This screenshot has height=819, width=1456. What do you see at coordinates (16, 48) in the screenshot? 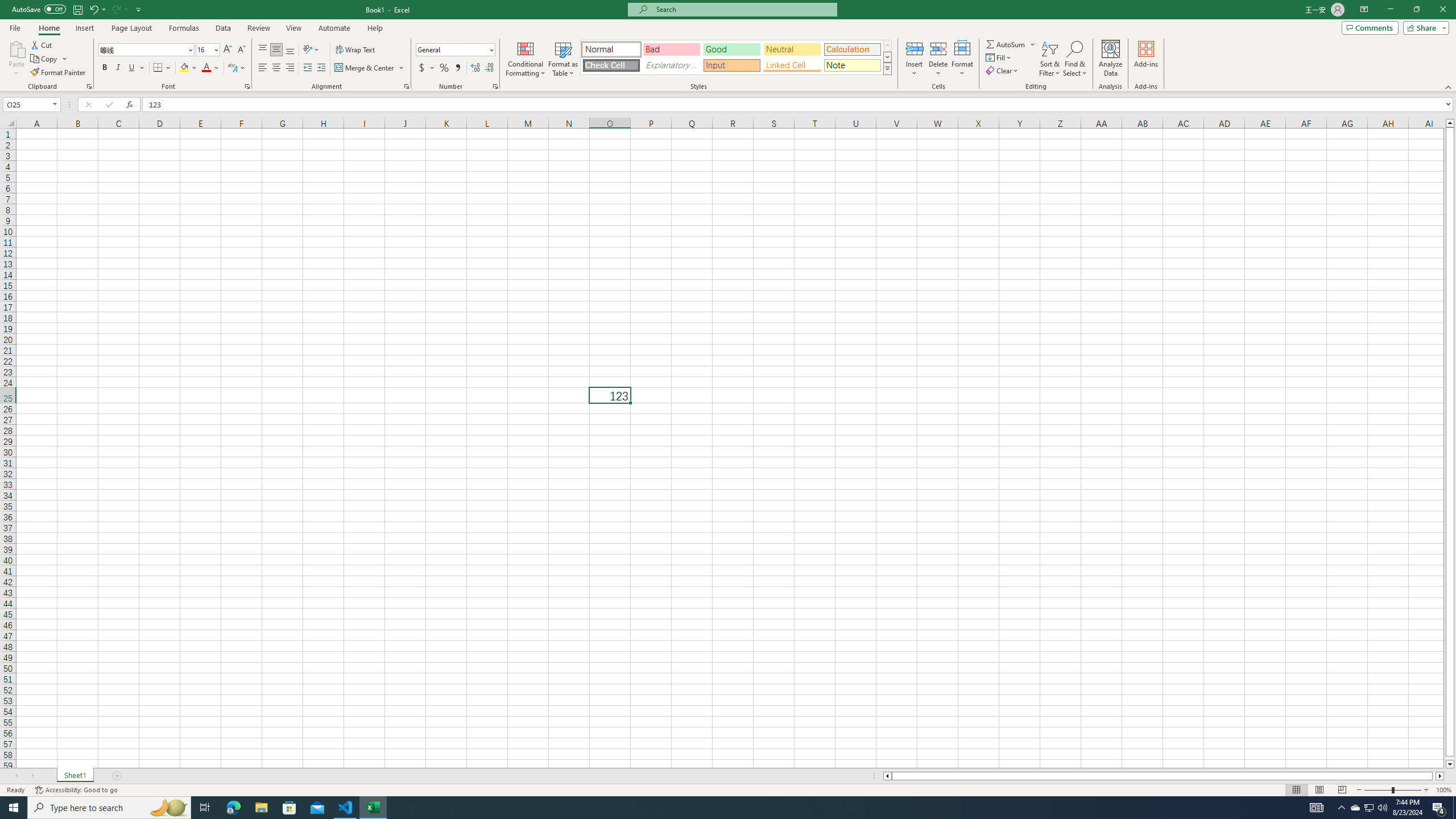
I see `'Paste'` at bounding box center [16, 48].